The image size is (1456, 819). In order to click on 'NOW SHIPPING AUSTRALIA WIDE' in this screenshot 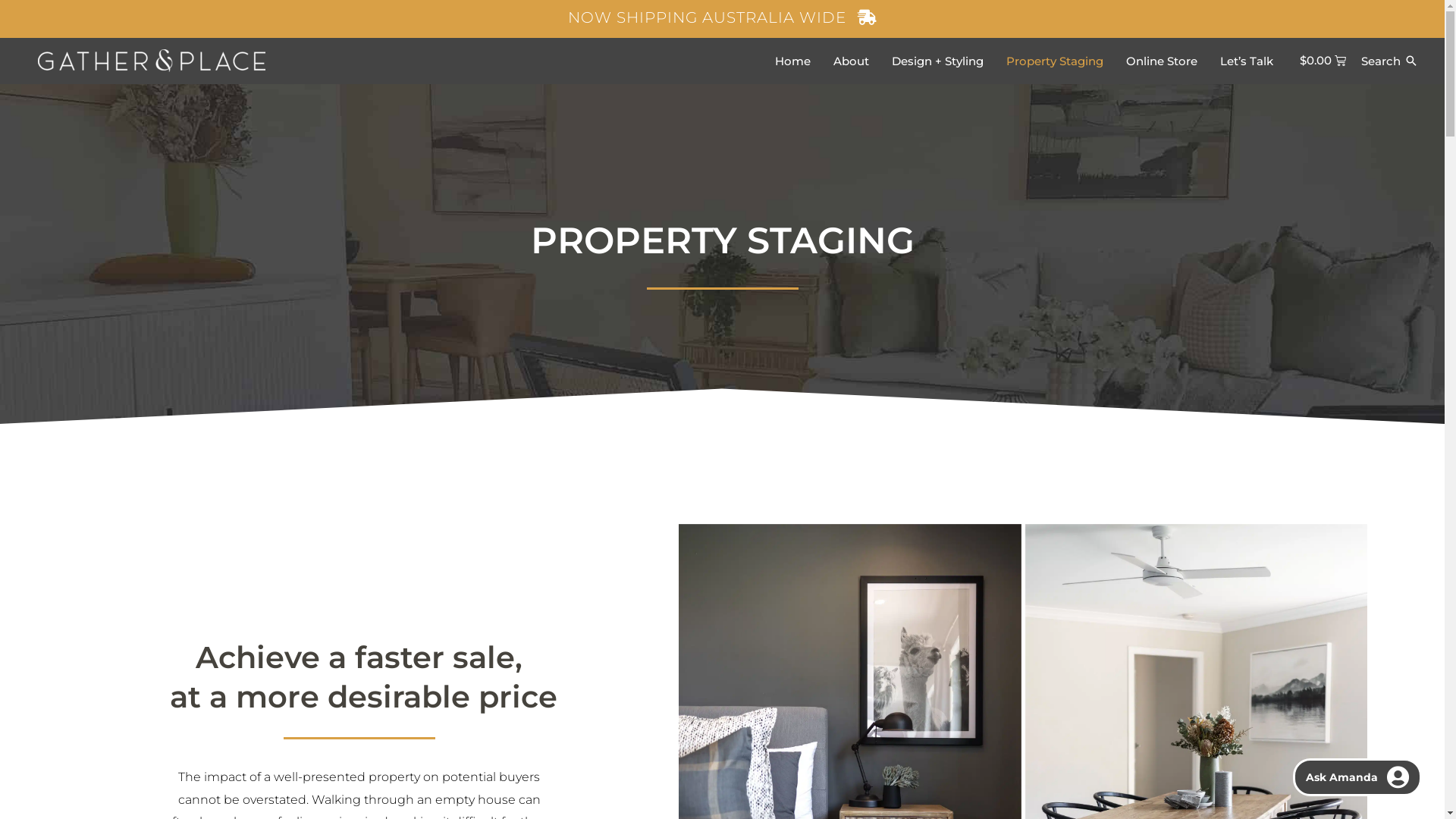, I will do `click(720, 17)`.